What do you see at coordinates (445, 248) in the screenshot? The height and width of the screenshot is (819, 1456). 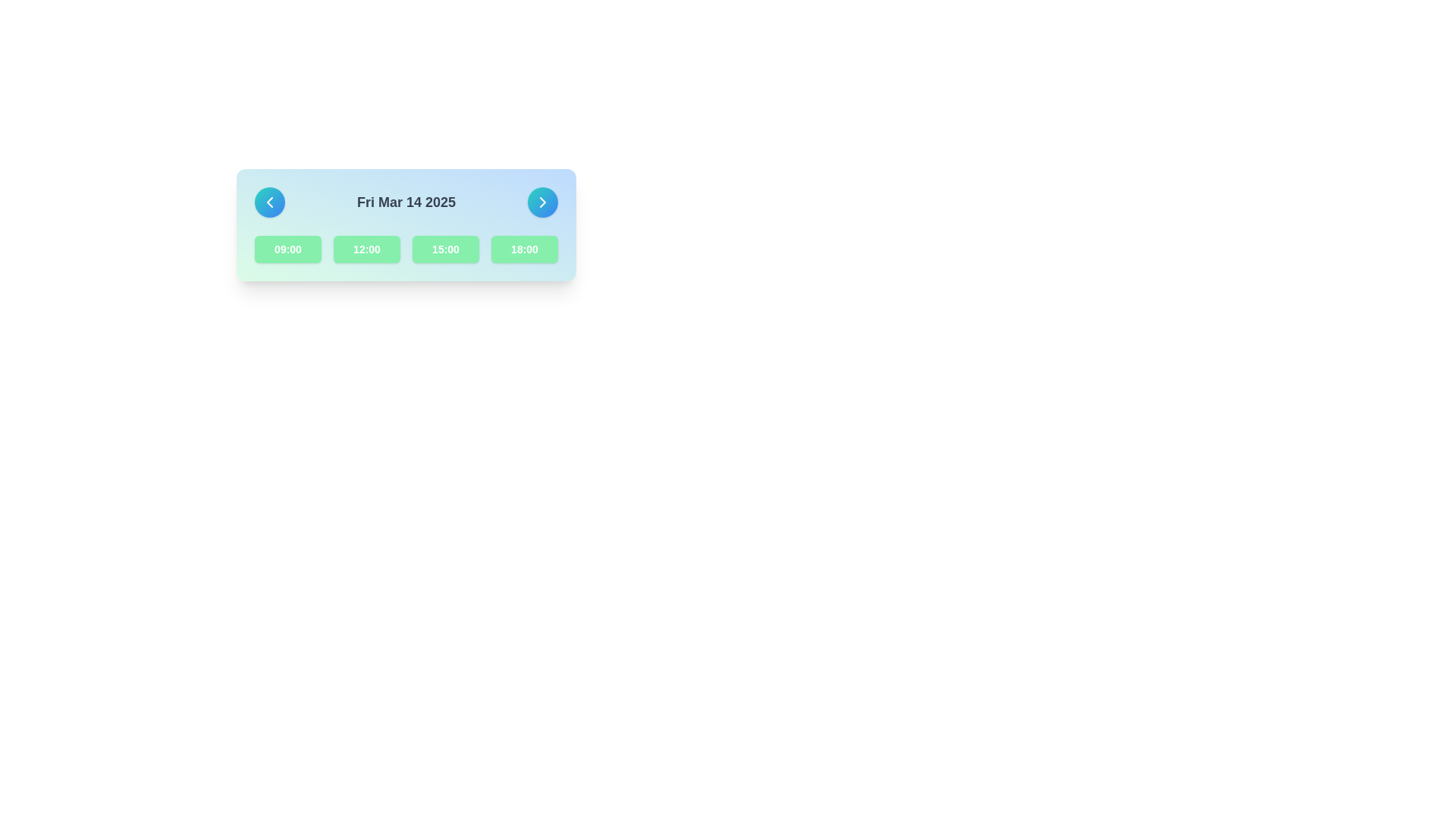 I see `the rectangular button with rounded corners, light green background, and bold white text '15:00'` at bounding box center [445, 248].